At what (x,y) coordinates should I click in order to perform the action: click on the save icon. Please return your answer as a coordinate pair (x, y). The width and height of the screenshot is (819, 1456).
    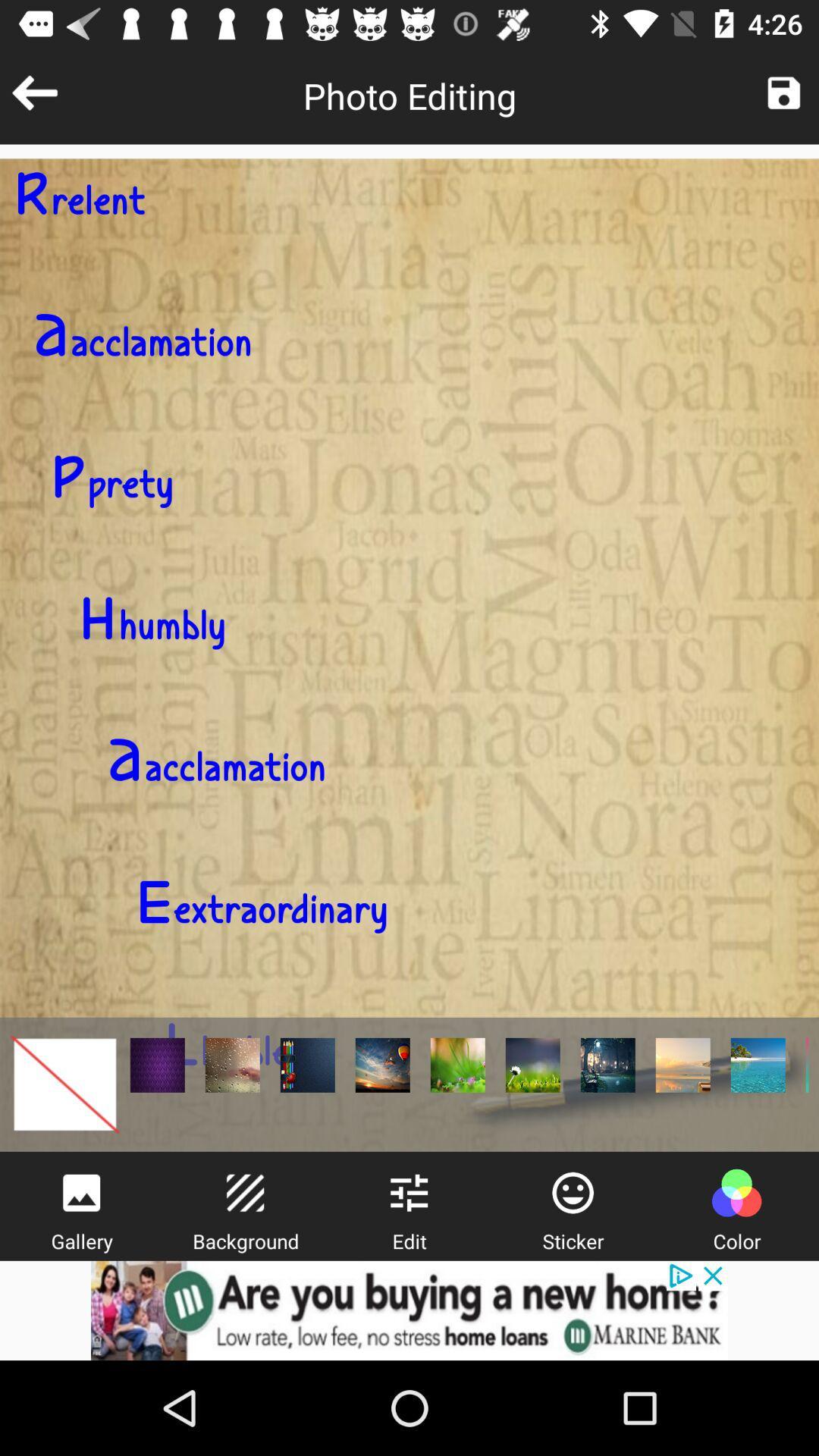
    Looking at the image, I should click on (783, 92).